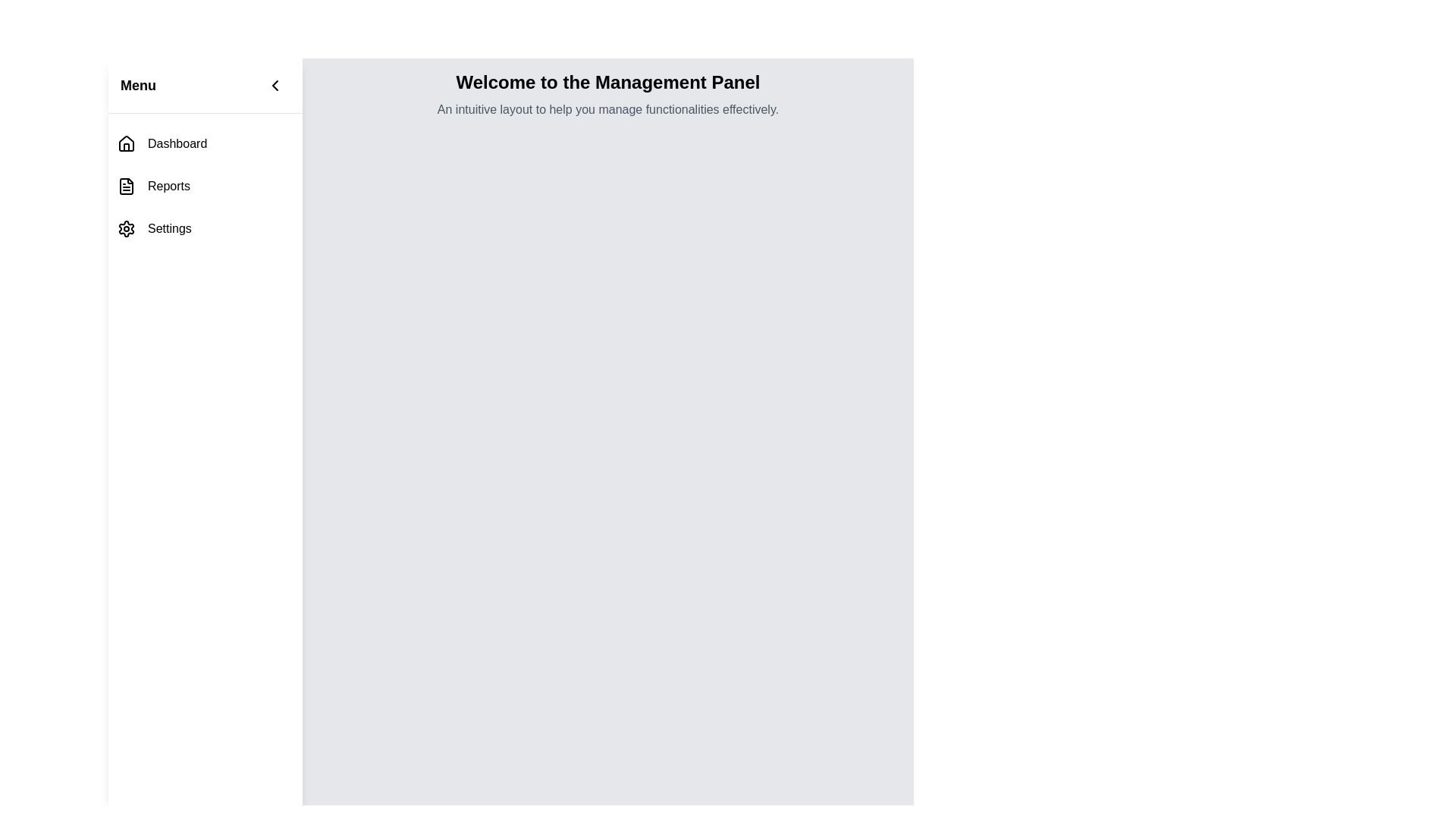 The width and height of the screenshot is (1456, 819). Describe the element at coordinates (275, 85) in the screenshot. I see `the left-arrow icon button located in the top left sidebar` at that location.